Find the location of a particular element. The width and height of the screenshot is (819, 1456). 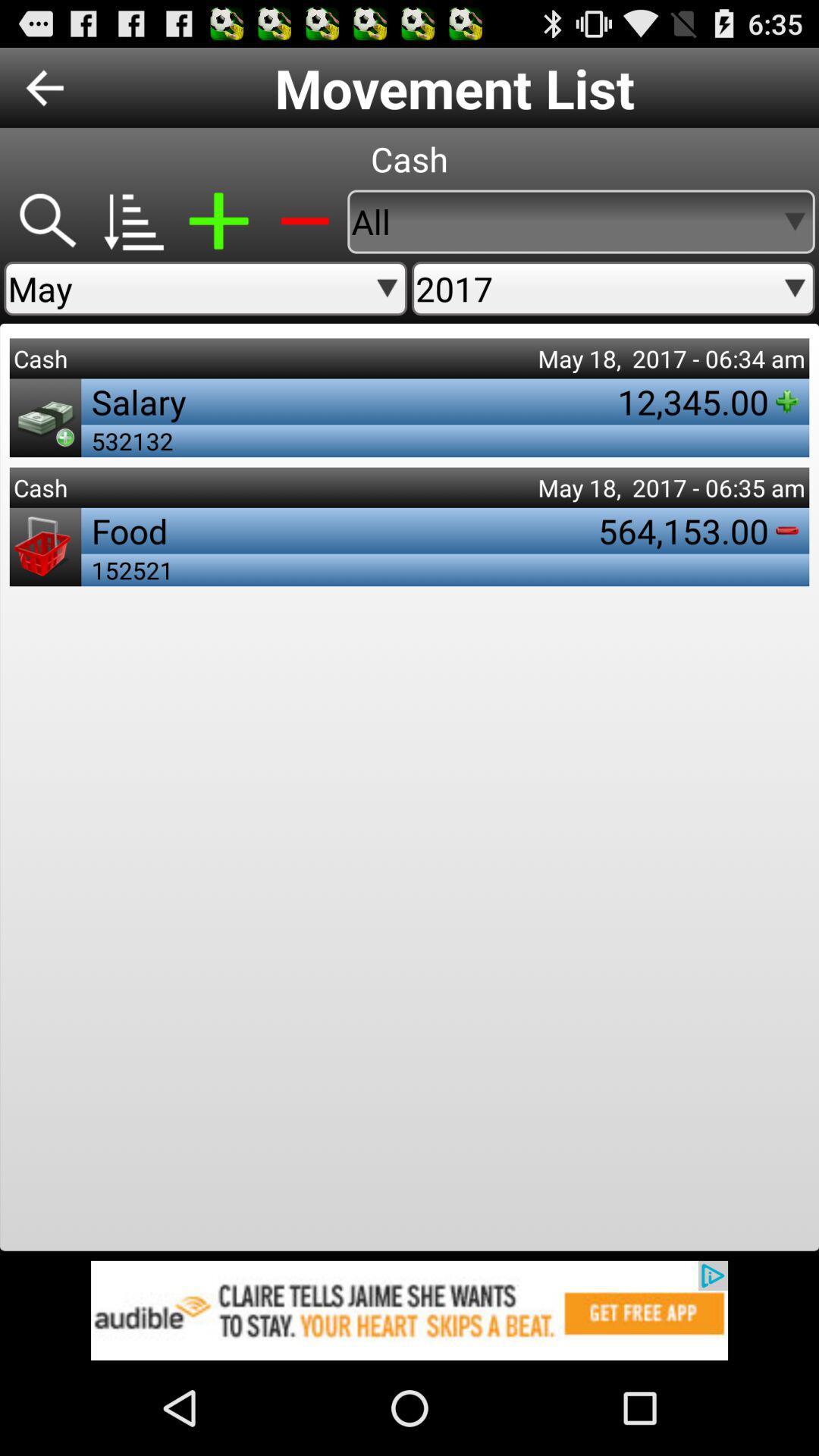

because back devicer is located at coordinates (45, 221).